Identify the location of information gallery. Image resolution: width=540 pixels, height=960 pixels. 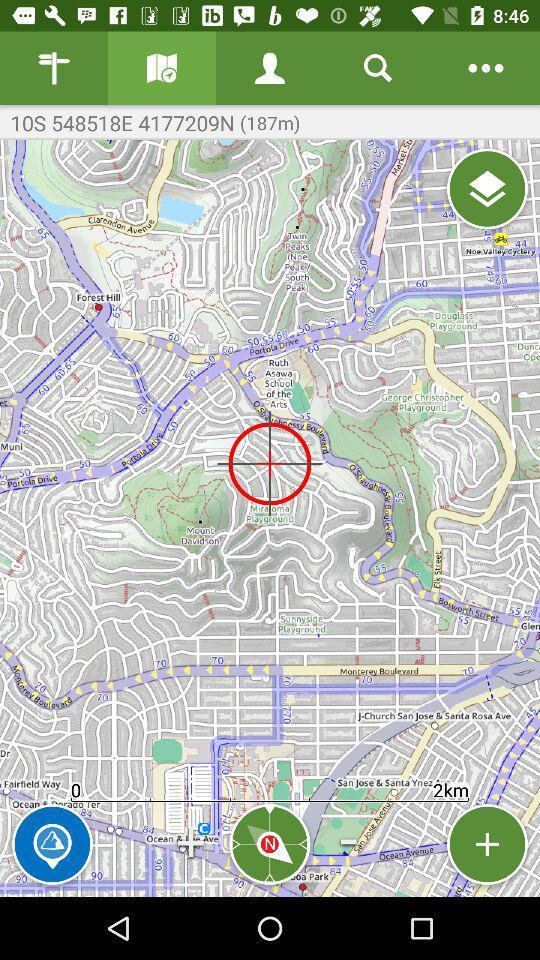
(161, 68).